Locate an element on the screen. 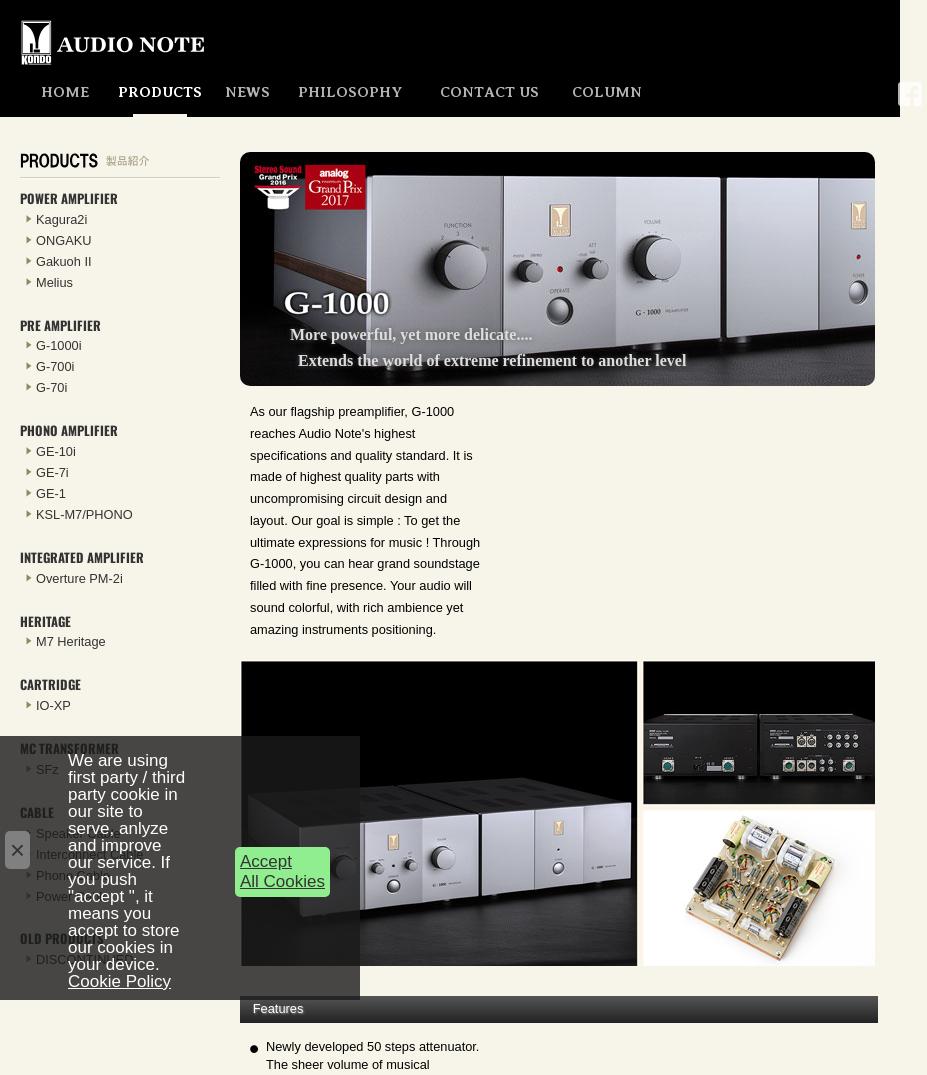 The width and height of the screenshot is (927, 1075). 'MC TRANSFORMER' is located at coordinates (68, 748).